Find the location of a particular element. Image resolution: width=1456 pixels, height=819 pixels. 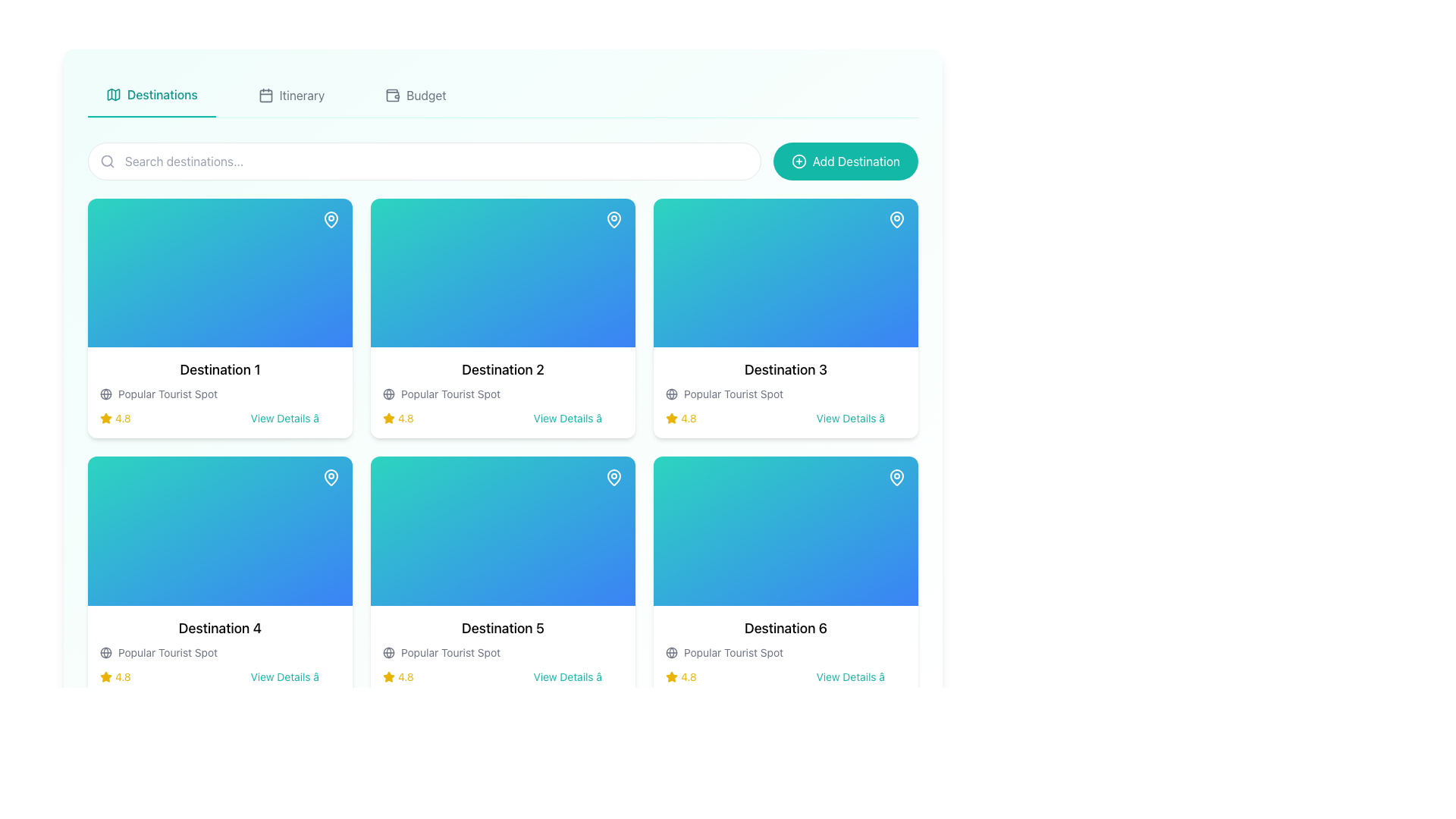

the rating label located at the bottom-left corner of the 'Destination 3' card, adjacent to the star icon and to the left of the 'View Details →' text link is located at coordinates (680, 419).